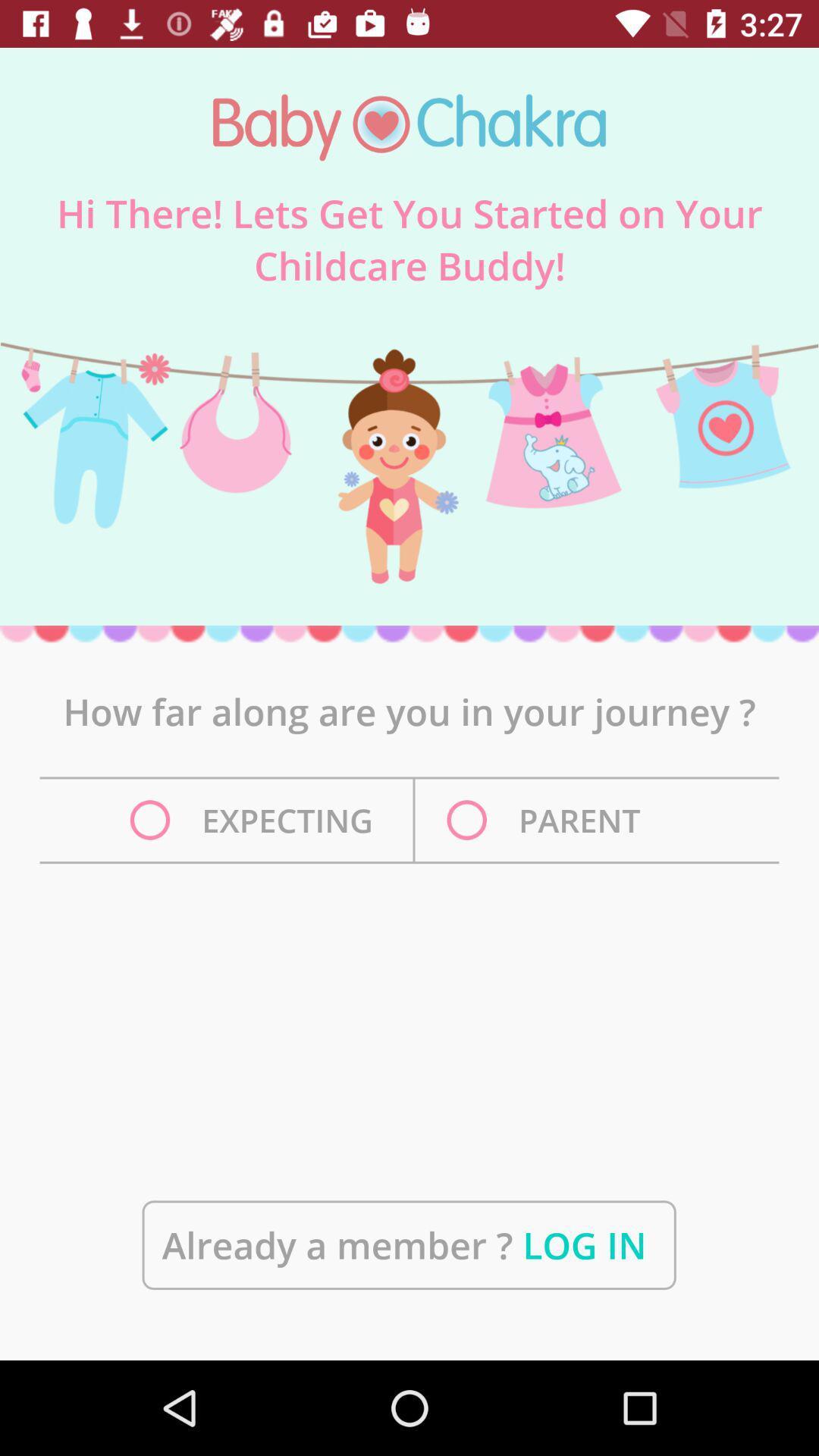 The height and width of the screenshot is (1456, 819). Describe the element at coordinates (255, 819) in the screenshot. I see `the expecting on the left` at that location.